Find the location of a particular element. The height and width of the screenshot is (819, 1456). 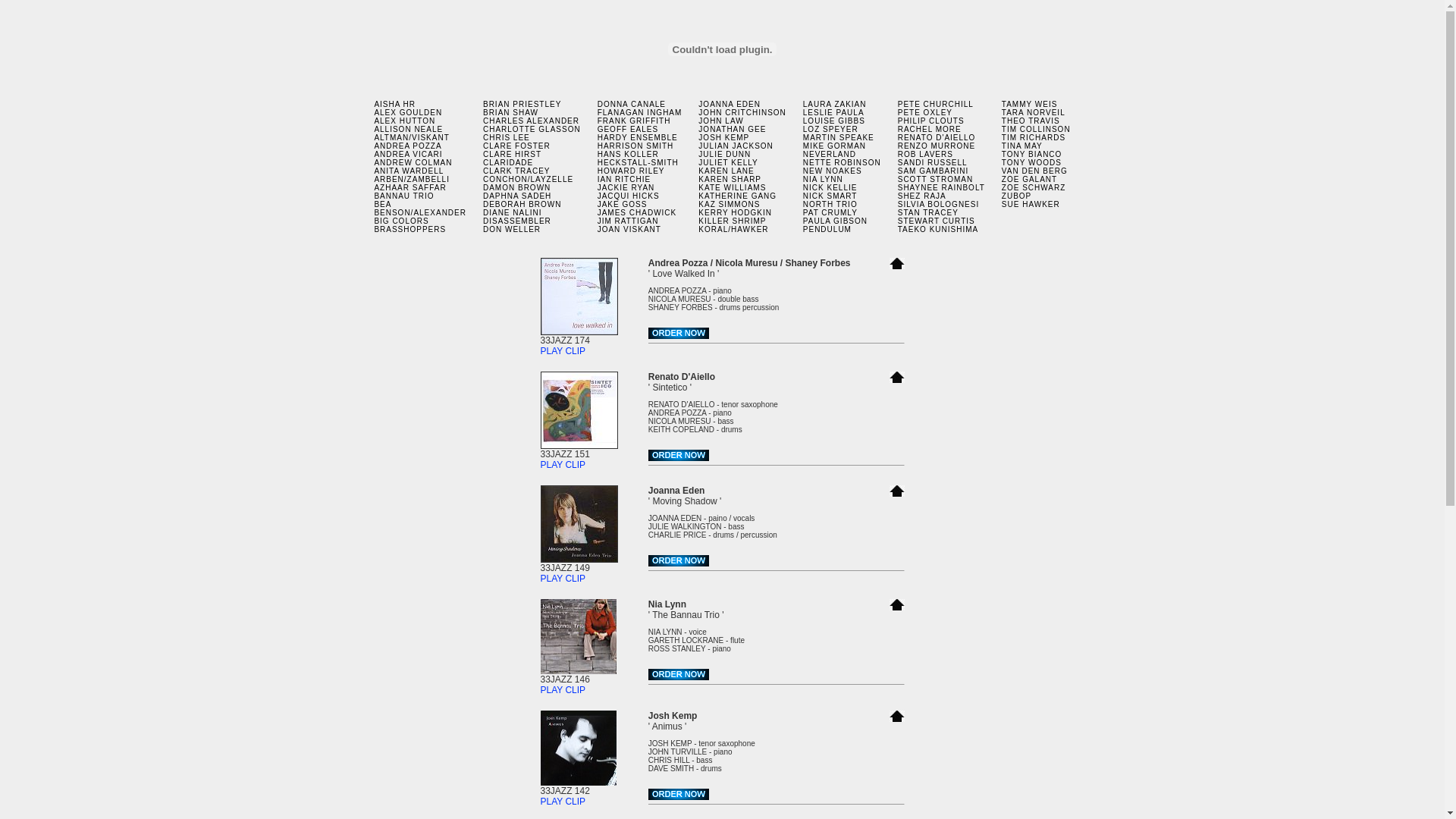

'ZOE GALANT' is located at coordinates (1029, 178).